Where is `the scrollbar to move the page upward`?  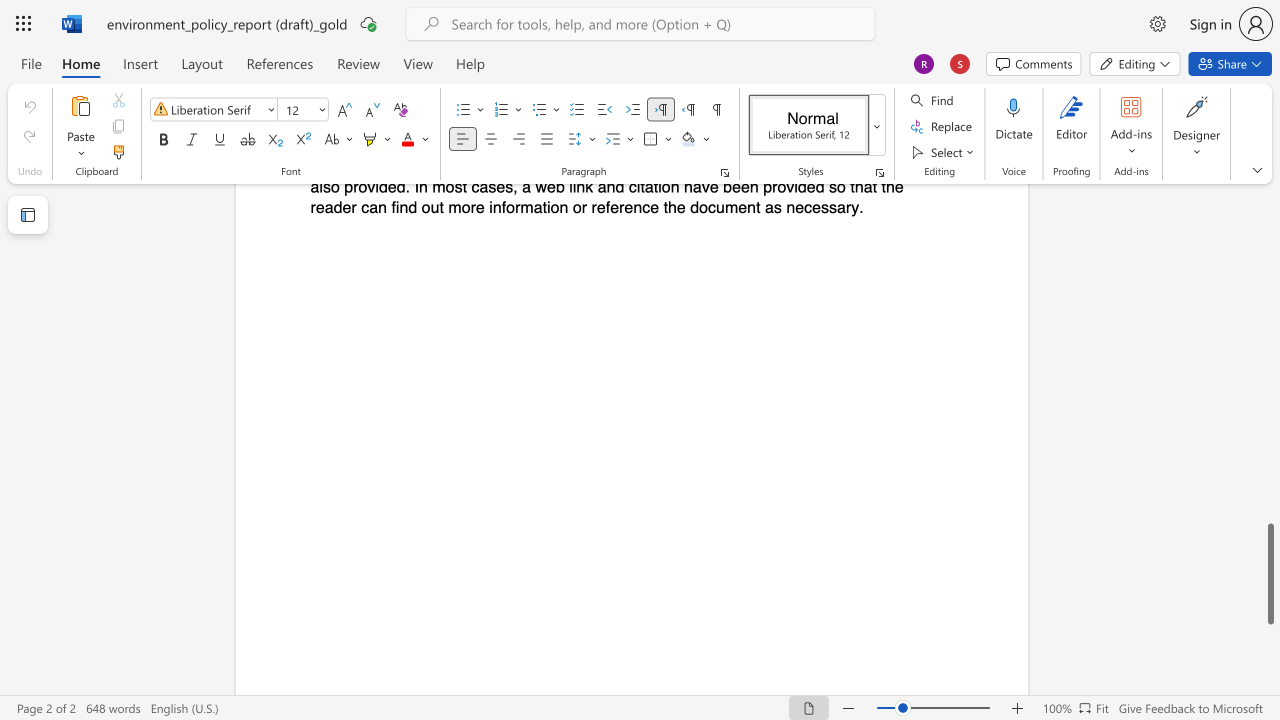
the scrollbar to move the page upward is located at coordinates (1269, 248).